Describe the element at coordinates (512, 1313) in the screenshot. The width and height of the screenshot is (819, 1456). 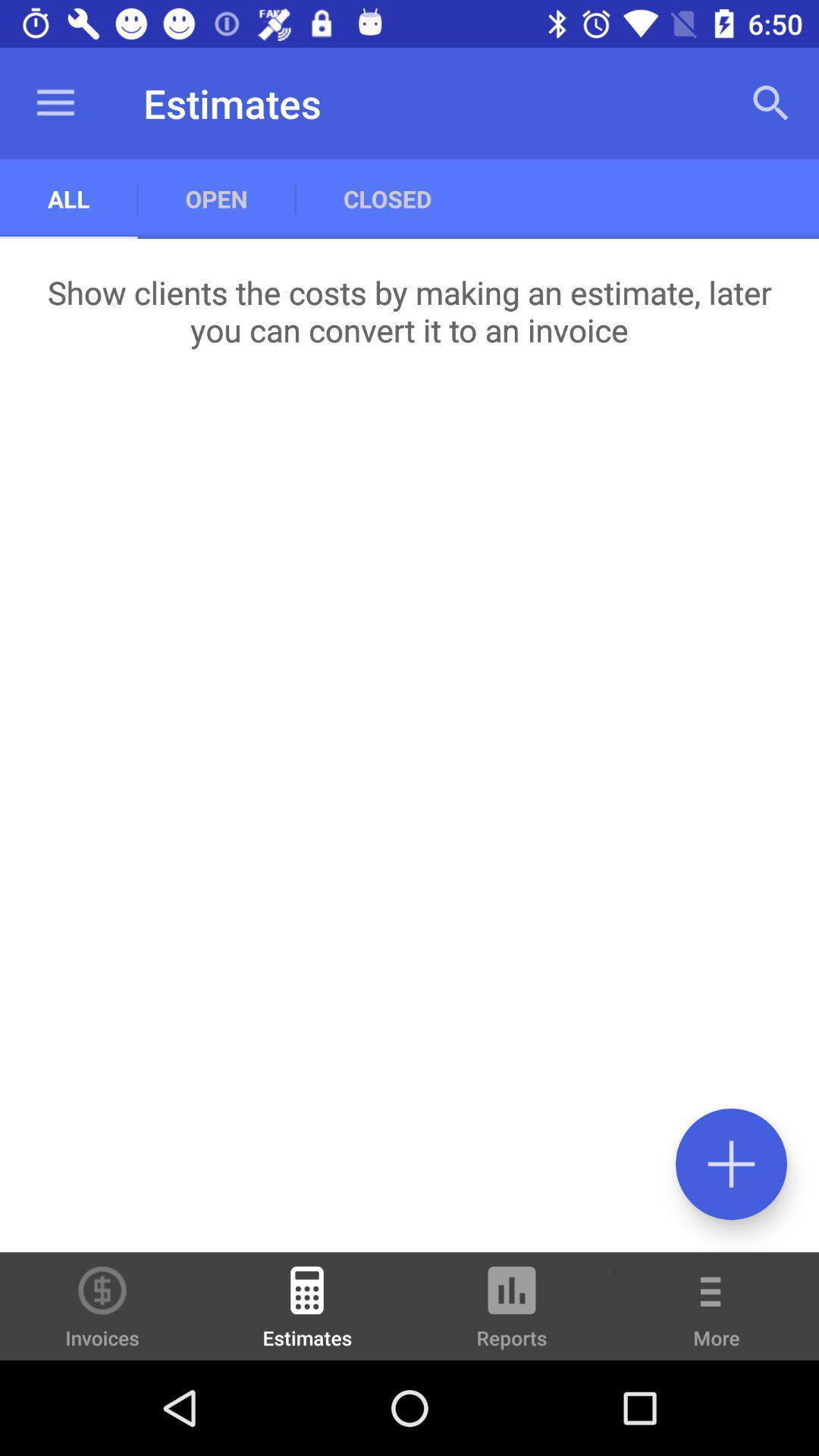
I see `the icon next to estimates item` at that location.